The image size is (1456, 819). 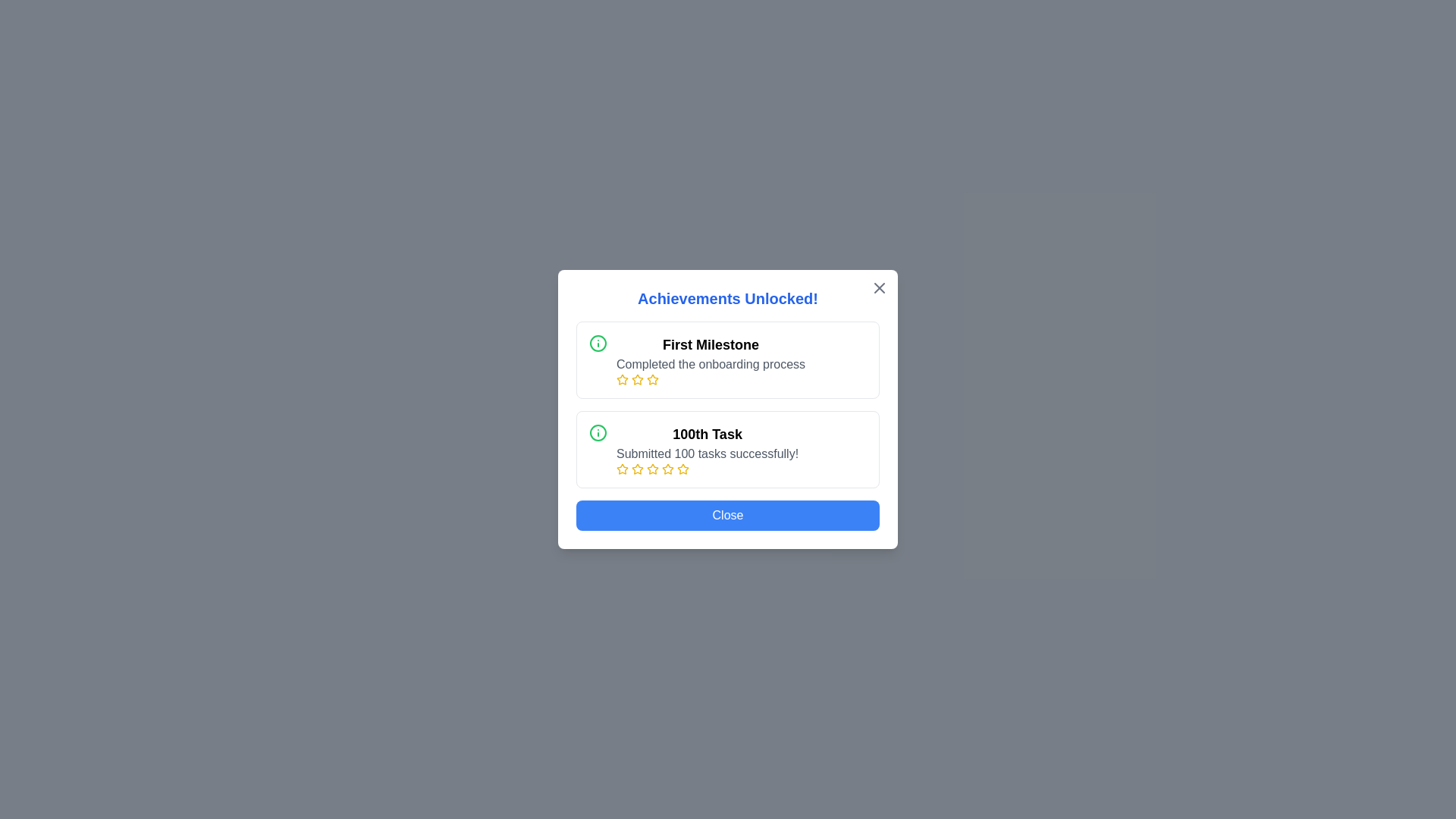 I want to click on the informational text element displaying 'First Milestone' with a description of 'Completed the onboarding process', located under the title 'Achievements Unlocked!', so click(x=710, y=359).